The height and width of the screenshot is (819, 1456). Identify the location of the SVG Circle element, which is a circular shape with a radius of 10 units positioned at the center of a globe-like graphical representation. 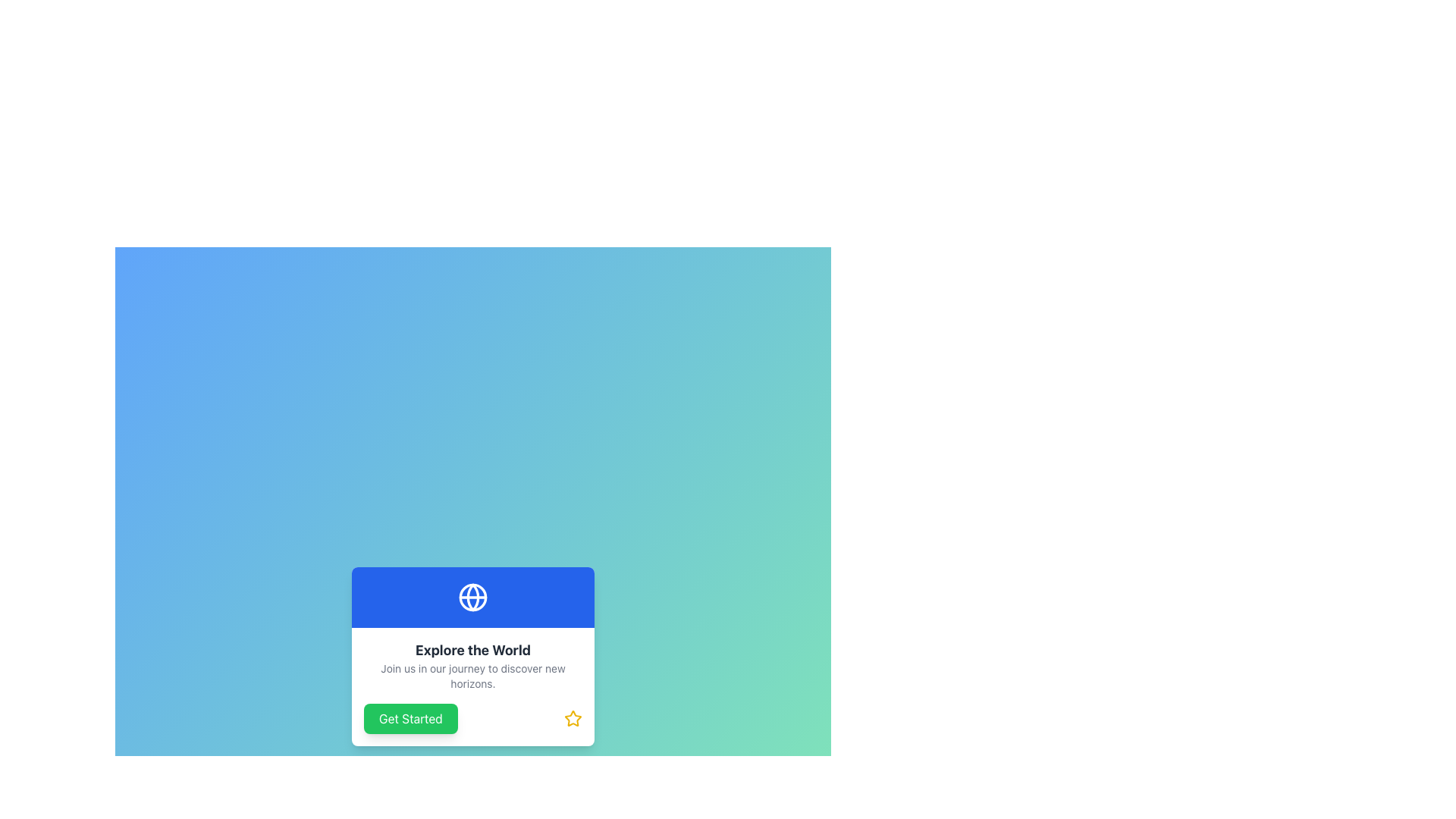
(472, 596).